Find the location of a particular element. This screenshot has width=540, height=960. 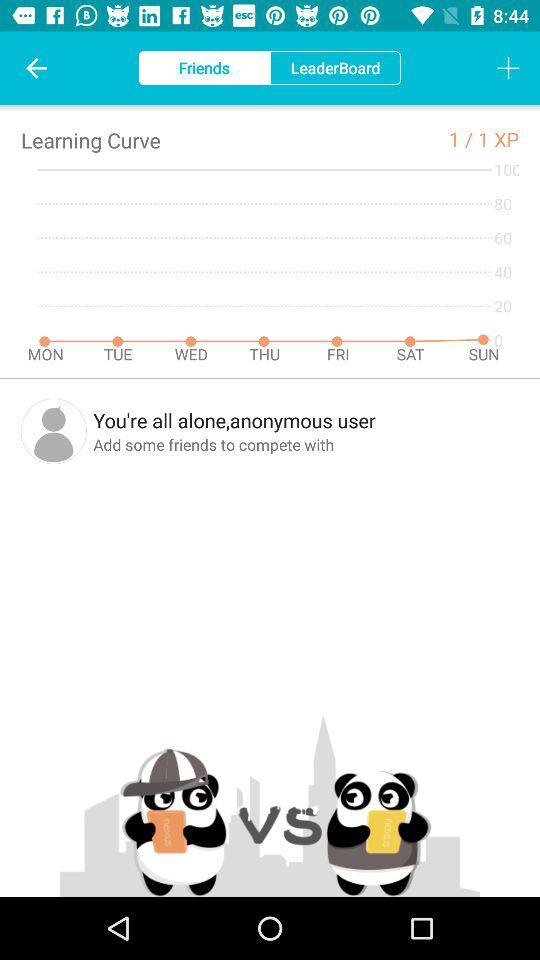

the item next to the 1 xp item is located at coordinates (463, 138).